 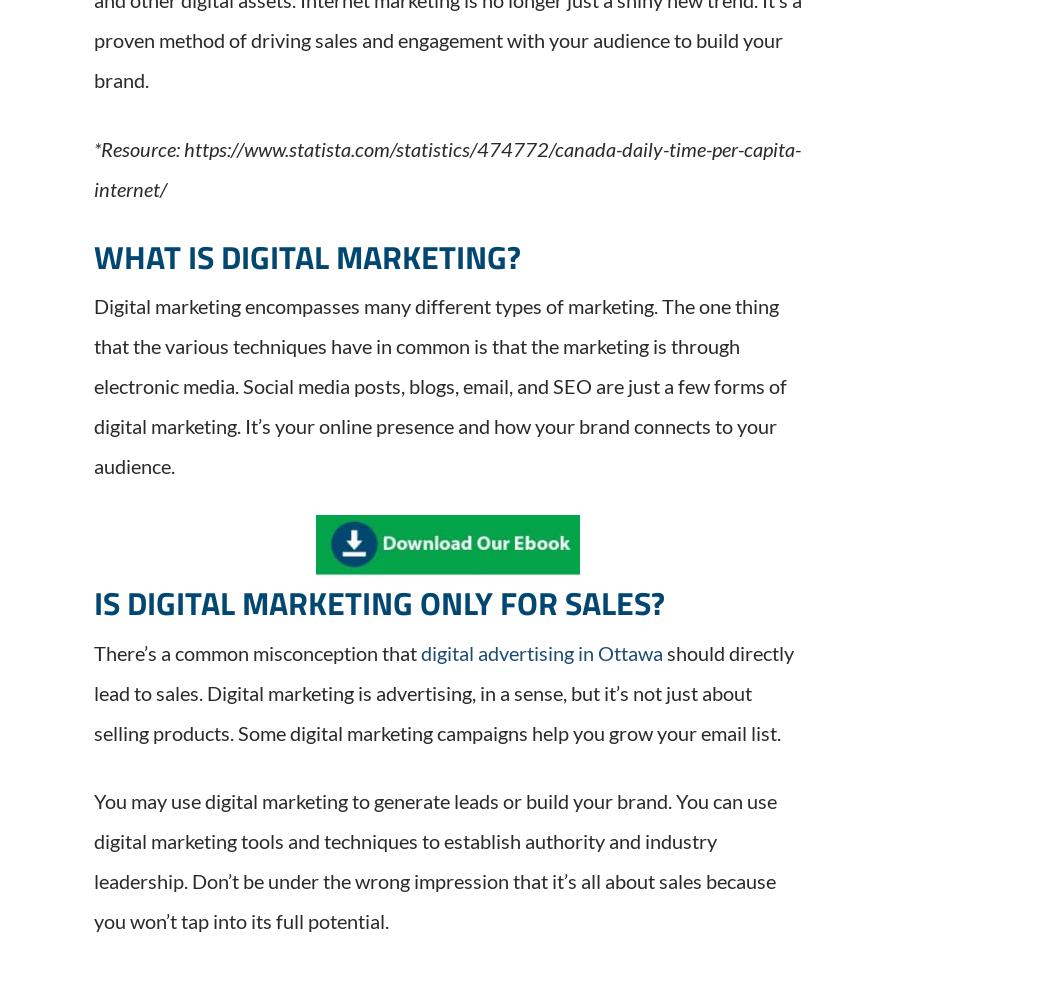 What do you see at coordinates (556, 755) in the screenshot?
I see `'Our Experts'` at bounding box center [556, 755].